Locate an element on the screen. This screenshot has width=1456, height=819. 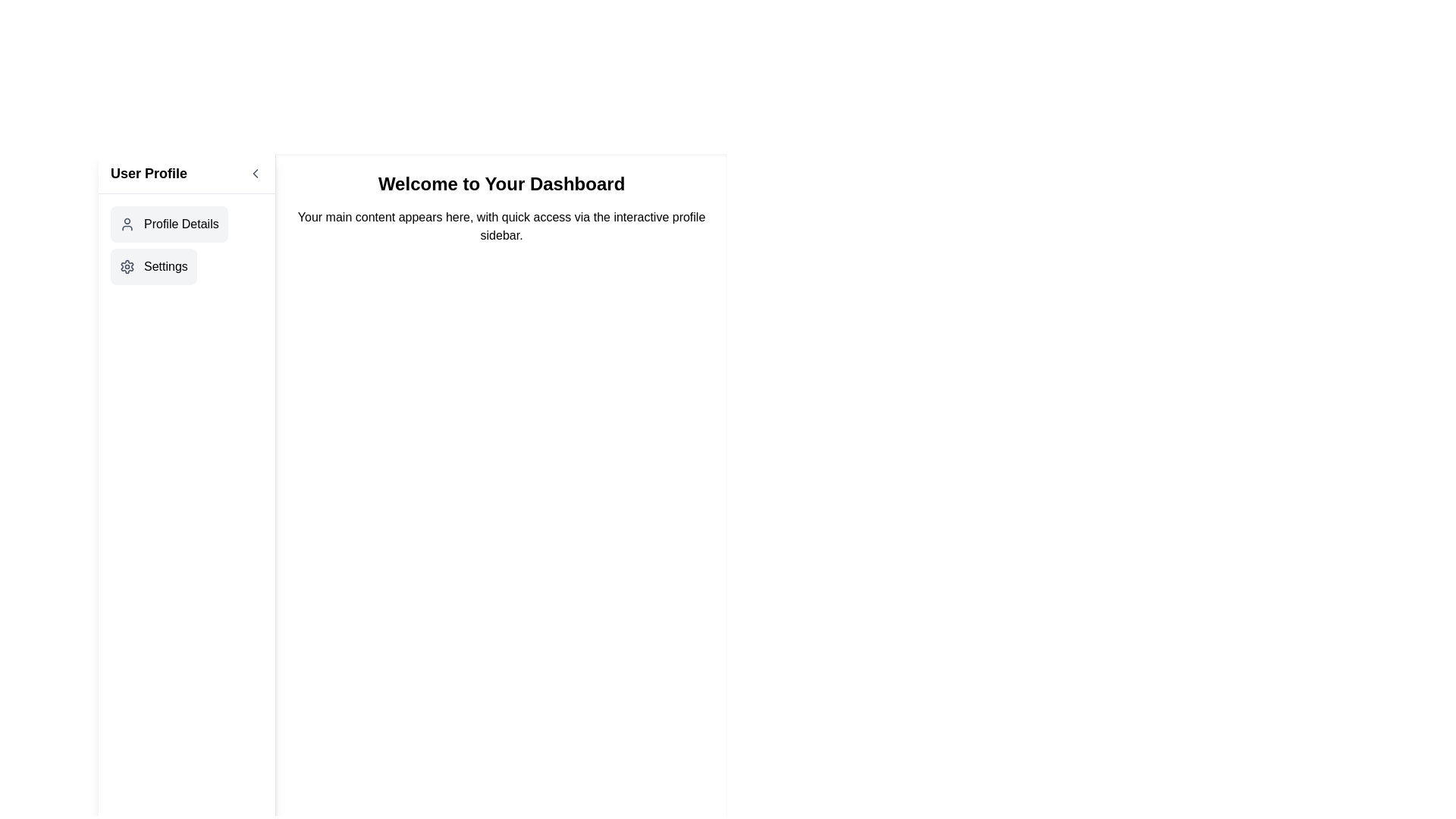
the 'Profile Details' icon located in the sidebar under the 'User Profile' heading, which is the only graphical element preceding the 'Profile Details' label is located at coordinates (127, 224).